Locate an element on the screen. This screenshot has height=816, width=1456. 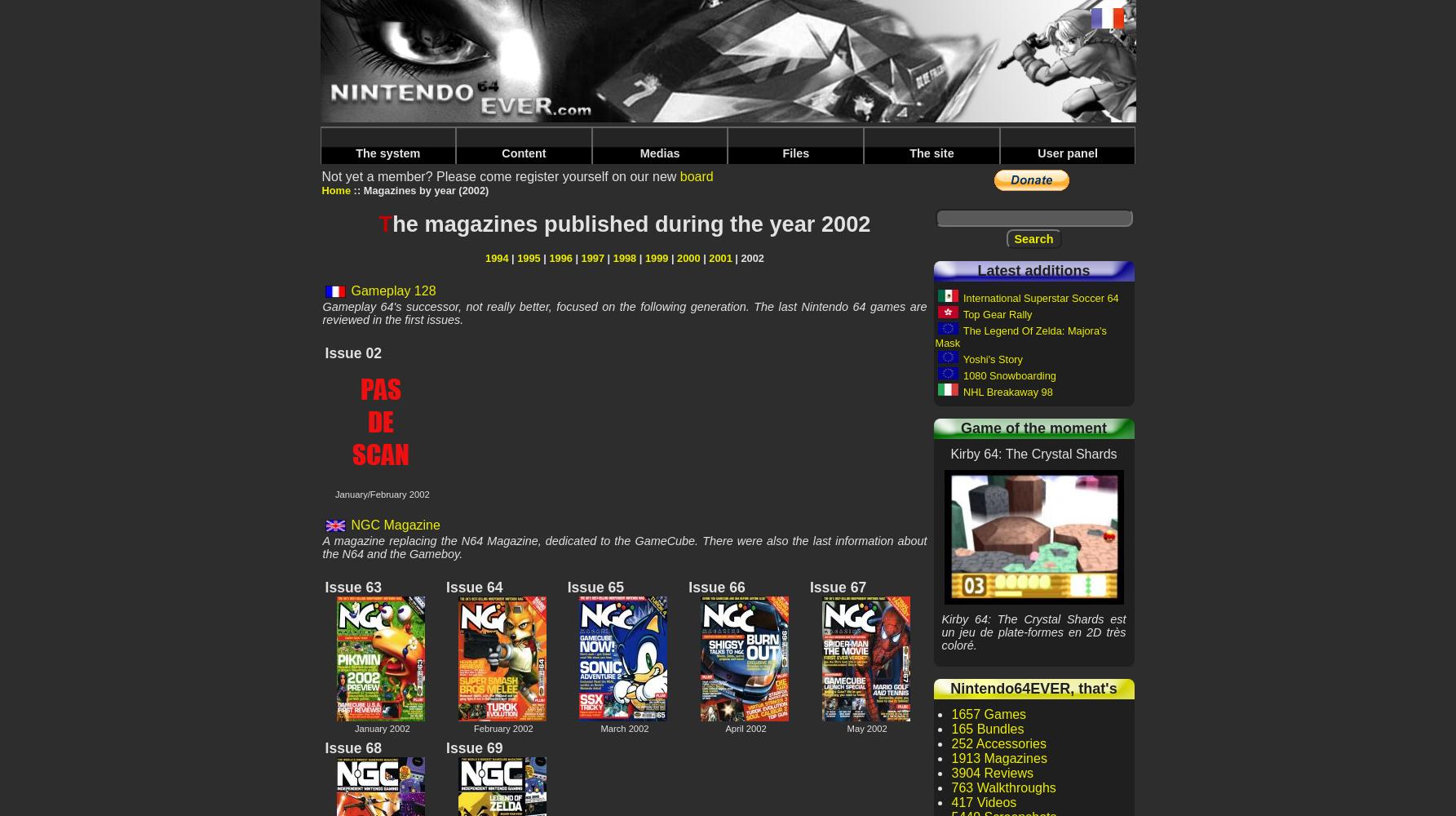
'Issue 64' is located at coordinates (474, 587).